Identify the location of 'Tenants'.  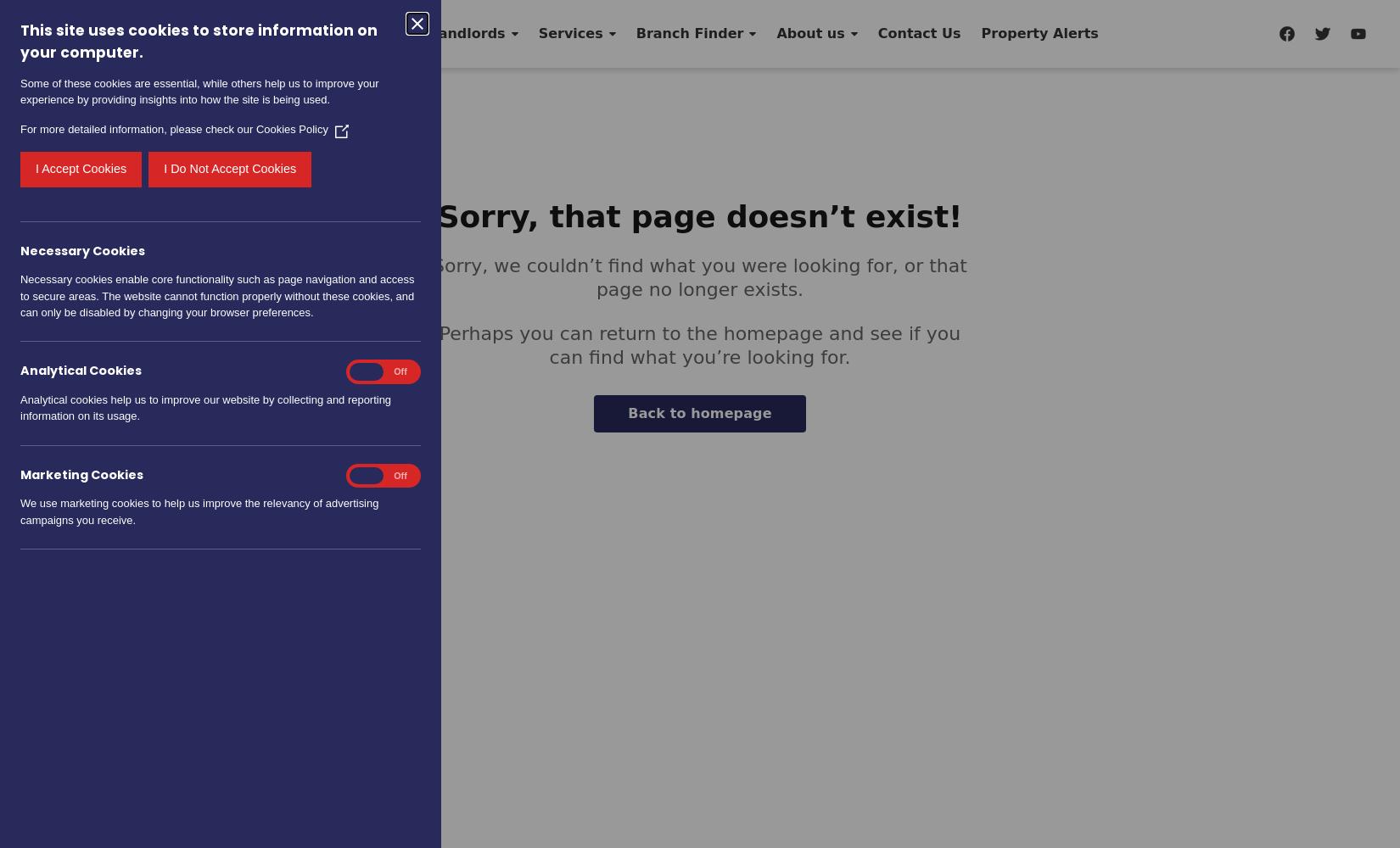
(365, 33).